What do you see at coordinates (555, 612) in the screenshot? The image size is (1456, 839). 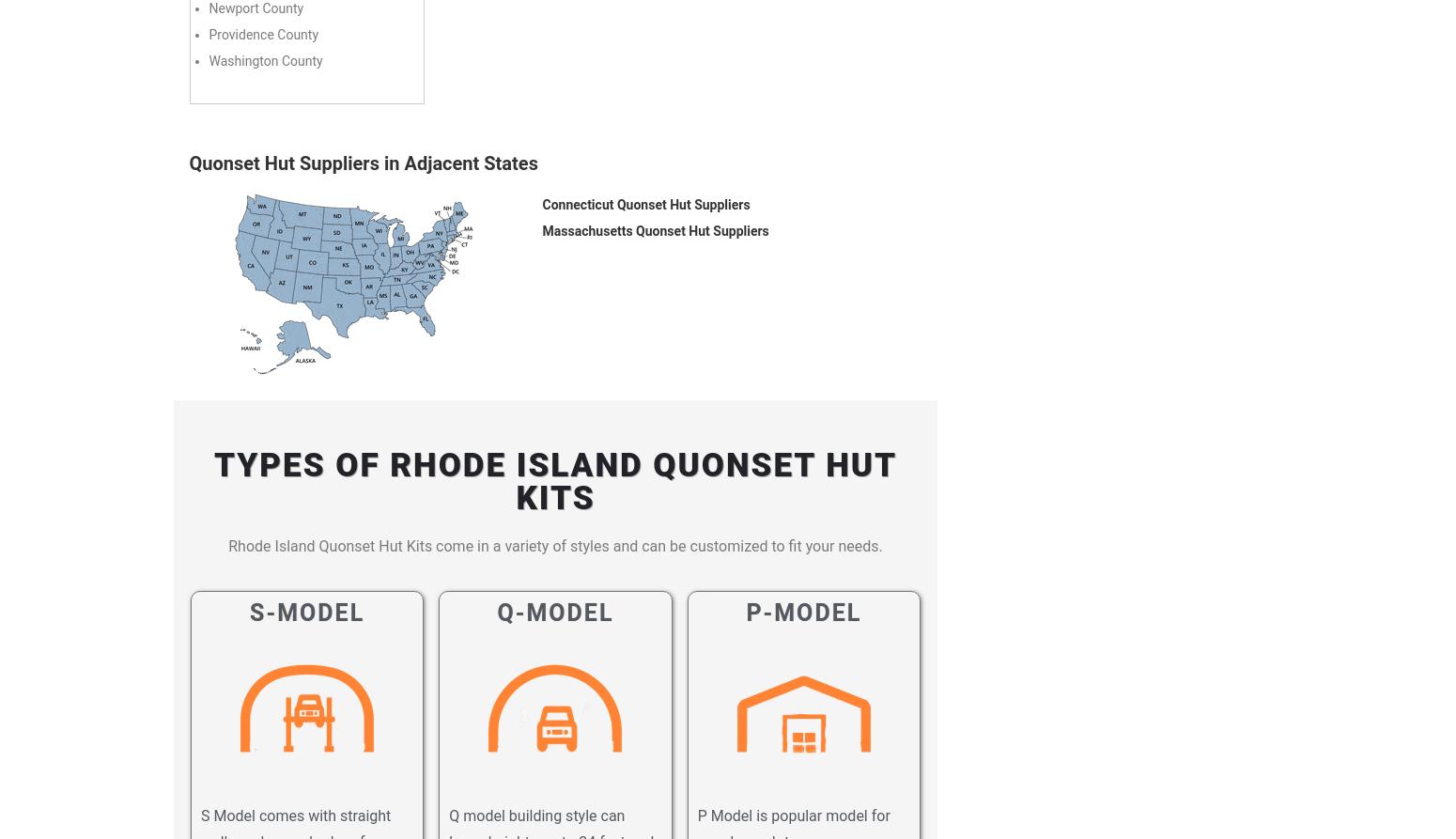 I see `'Q-Model'` at bounding box center [555, 612].